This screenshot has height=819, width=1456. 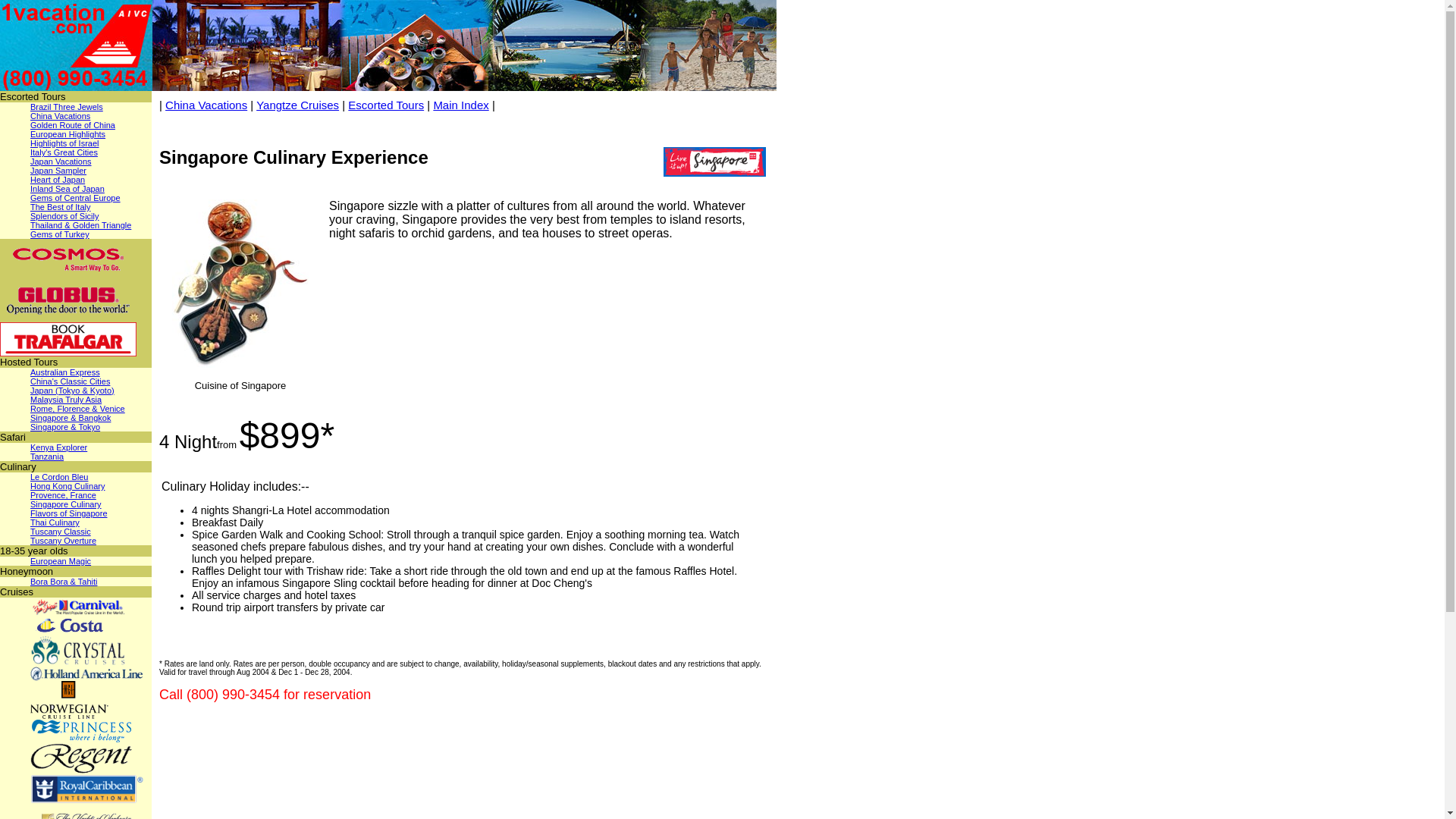 What do you see at coordinates (61, 531) in the screenshot?
I see `'Tuscany Classic'` at bounding box center [61, 531].